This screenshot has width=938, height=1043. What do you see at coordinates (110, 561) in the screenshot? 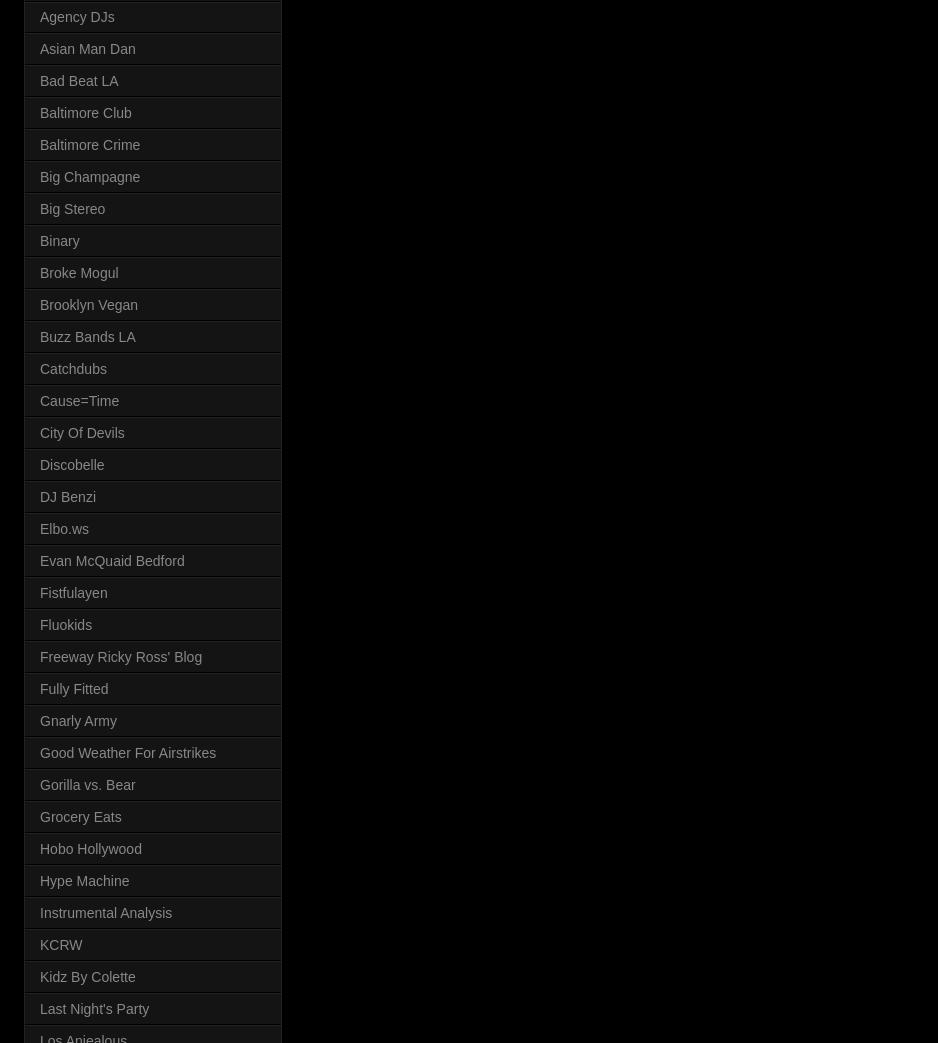
I see `'Evan McQuaid Bedford'` at bounding box center [110, 561].